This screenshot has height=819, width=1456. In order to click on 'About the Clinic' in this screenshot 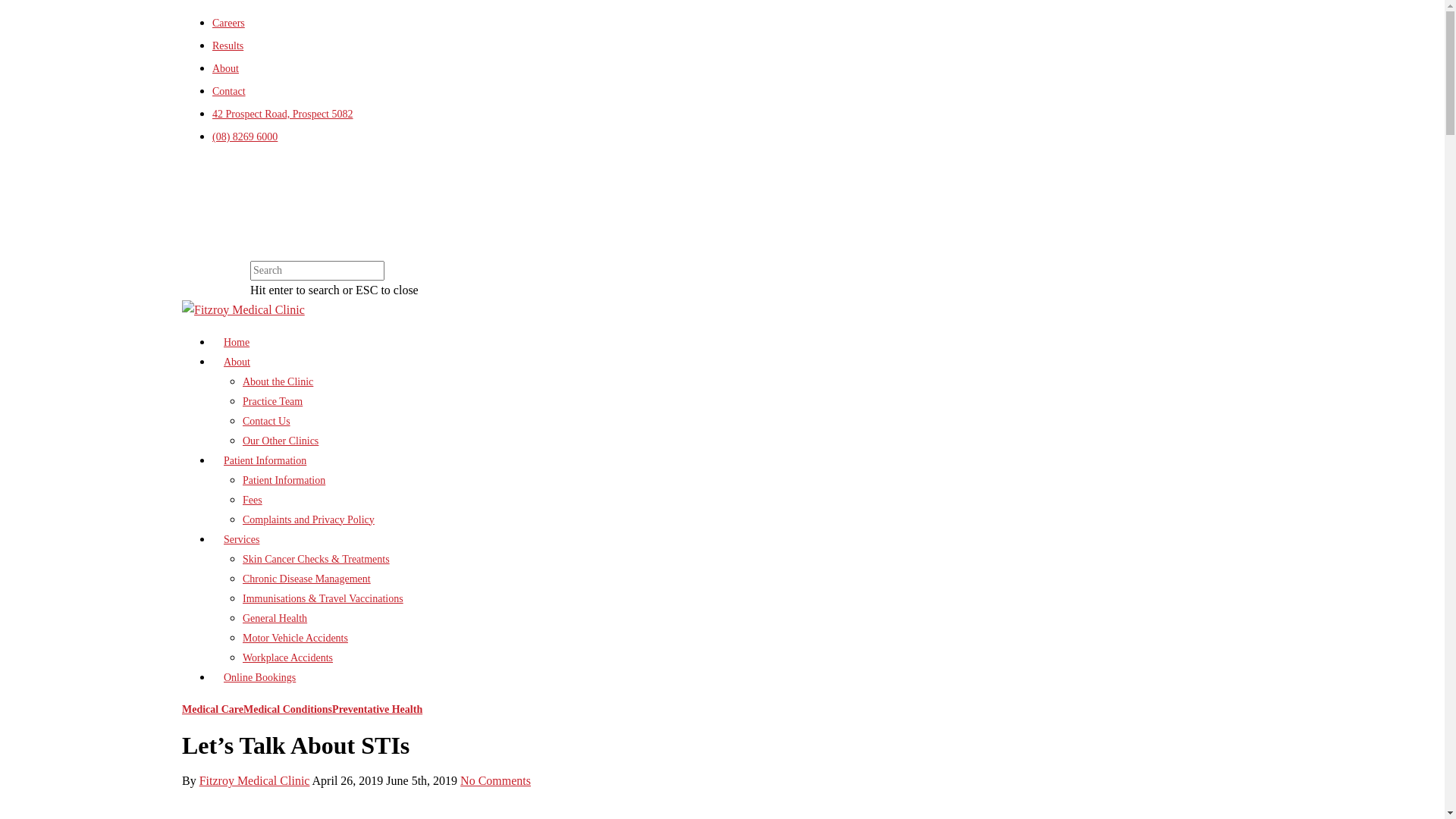, I will do `click(278, 381)`.